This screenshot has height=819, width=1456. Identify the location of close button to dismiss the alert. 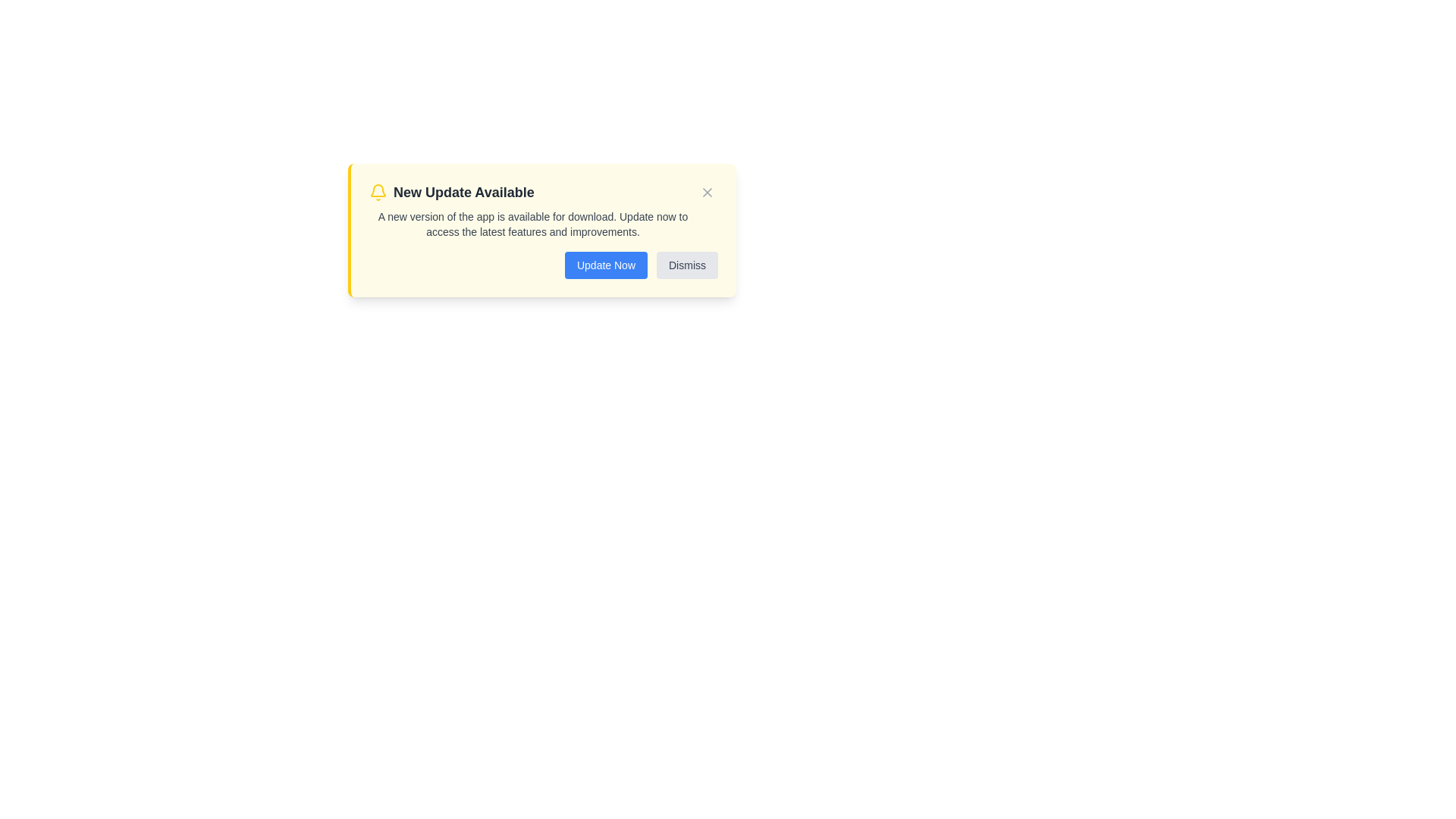
(706, 192).